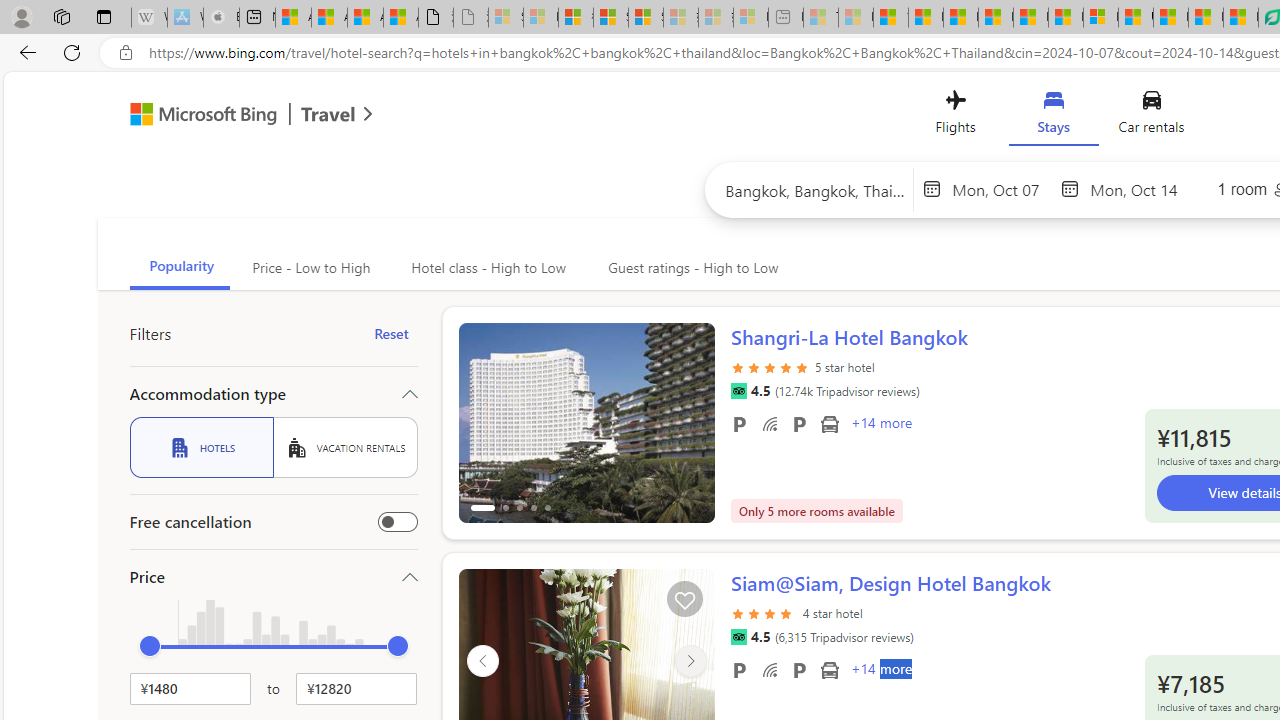  I want to click on 'Marine life - MSN - Sleeping', so click(855, 17).